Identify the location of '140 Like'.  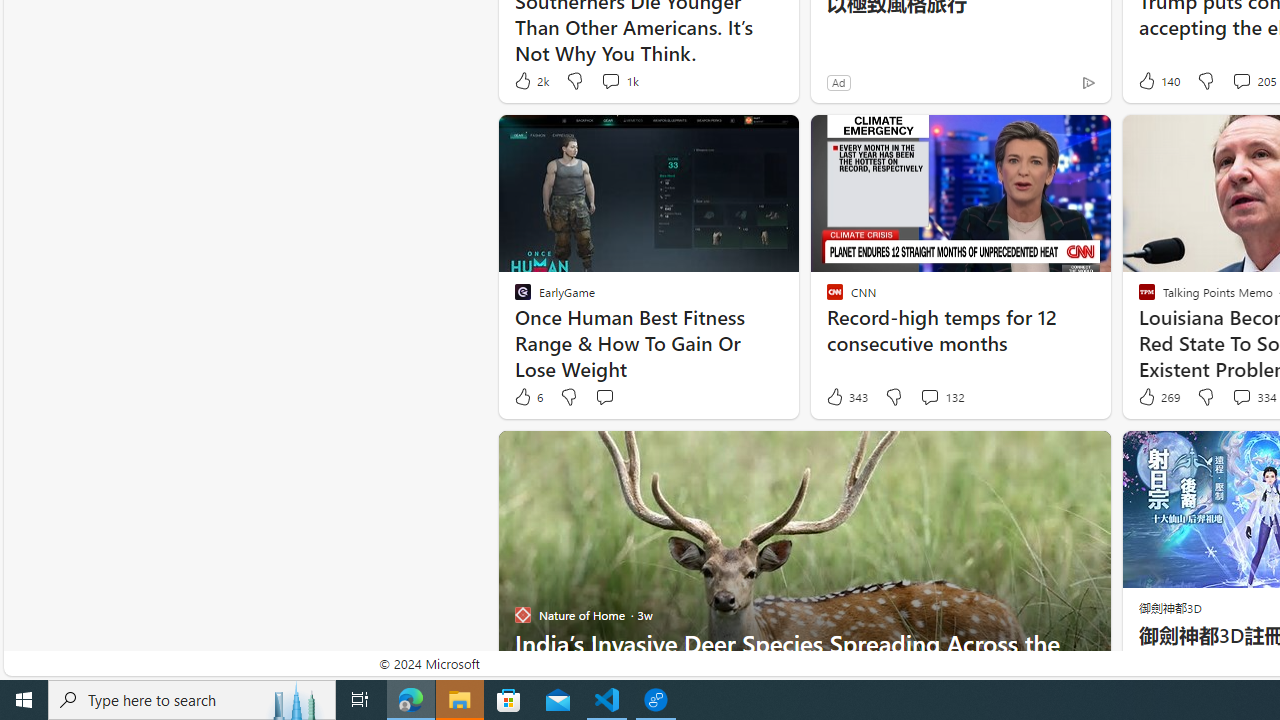
(1157, 80).